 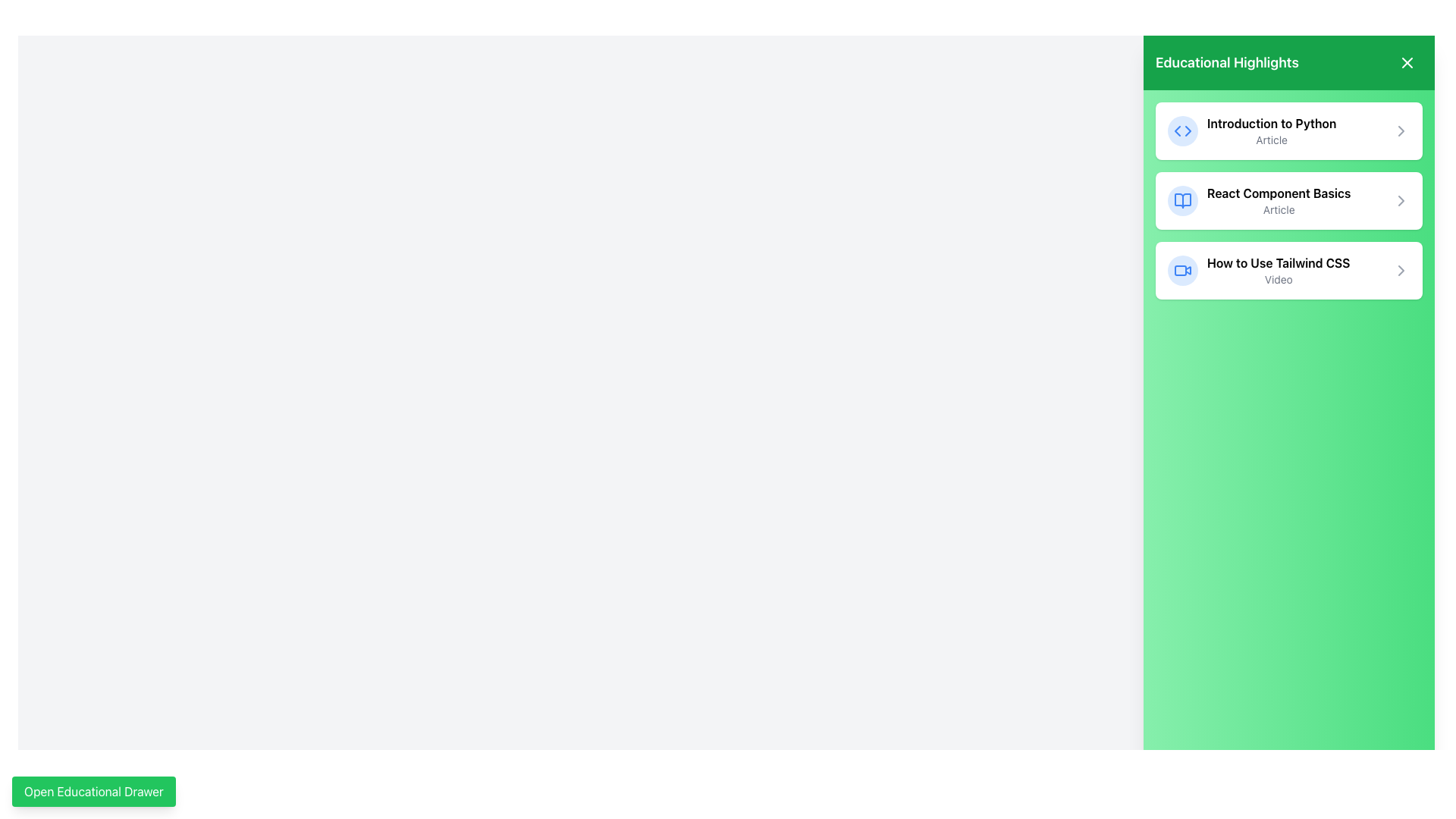 What do you see at coordinates (1182, 130) in the screenshot?
I see `the circular icon with a light blue background featuring blue-colored angled lines resembling code brackets, located within the 'Introduction to Python' card in the right-side panel` at bounding box center [1182, 130].